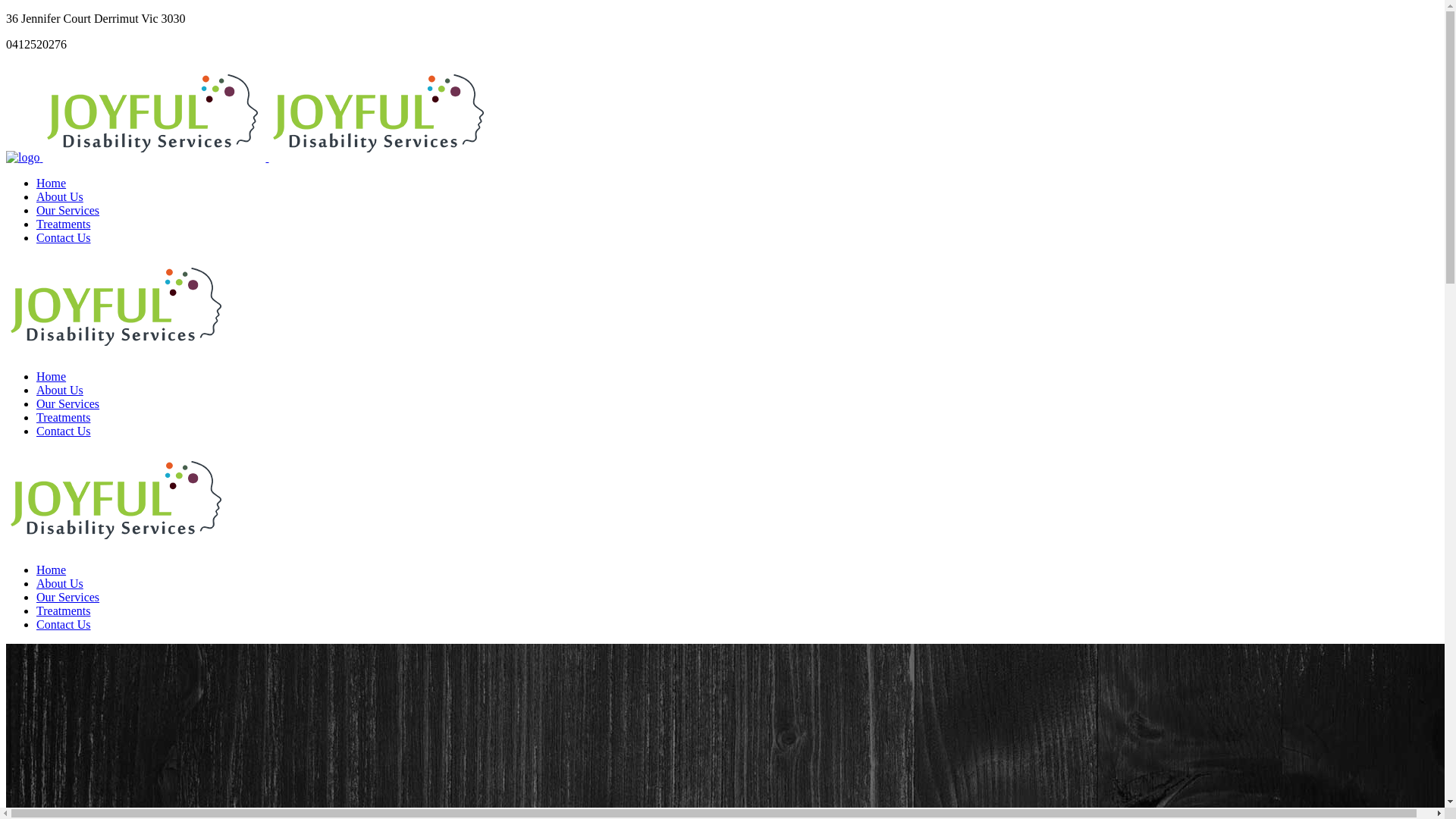 The image size is (1456, 819). Describe the element at coordinates (62, 224) in the screenshot. I see `'Treatments'` at that location.